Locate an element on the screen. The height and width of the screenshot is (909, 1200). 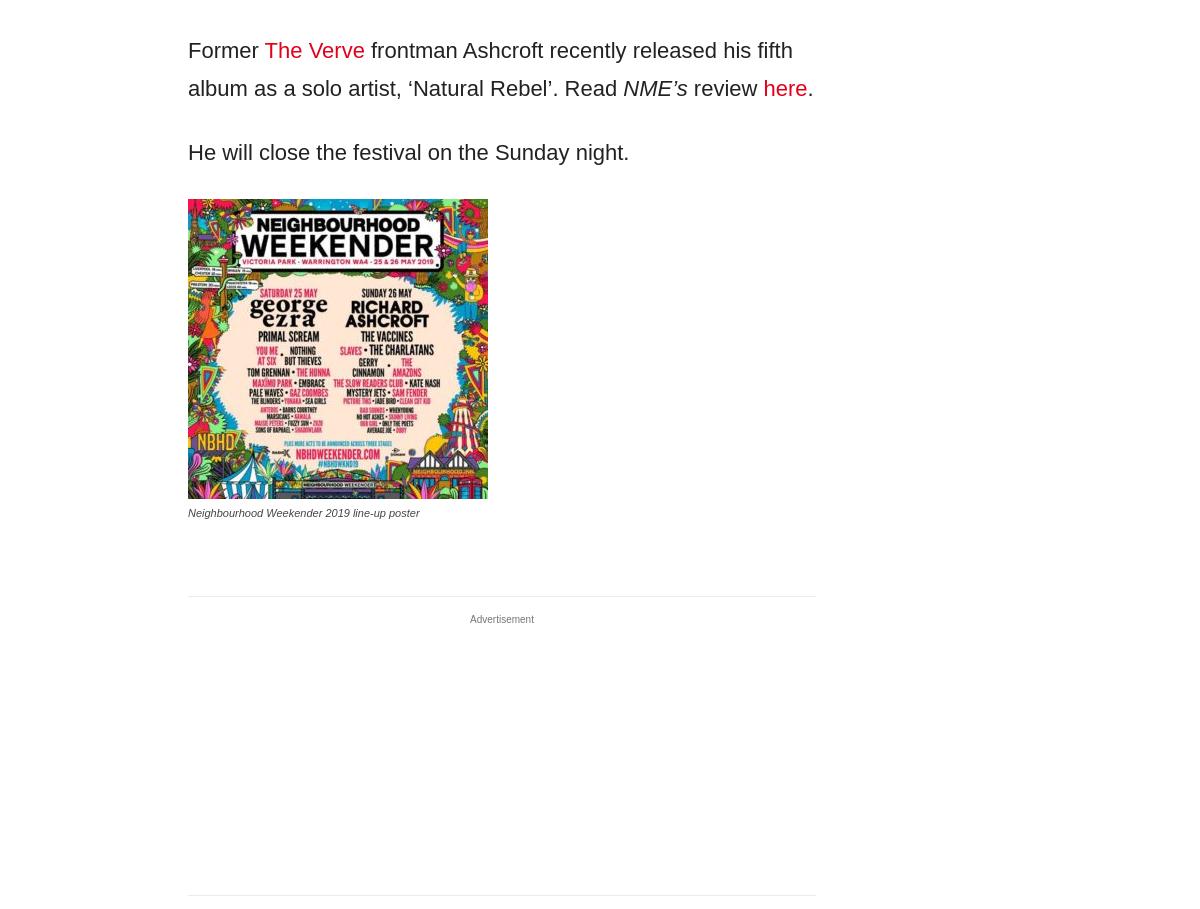
'review' is located at coordinates (725, 87).